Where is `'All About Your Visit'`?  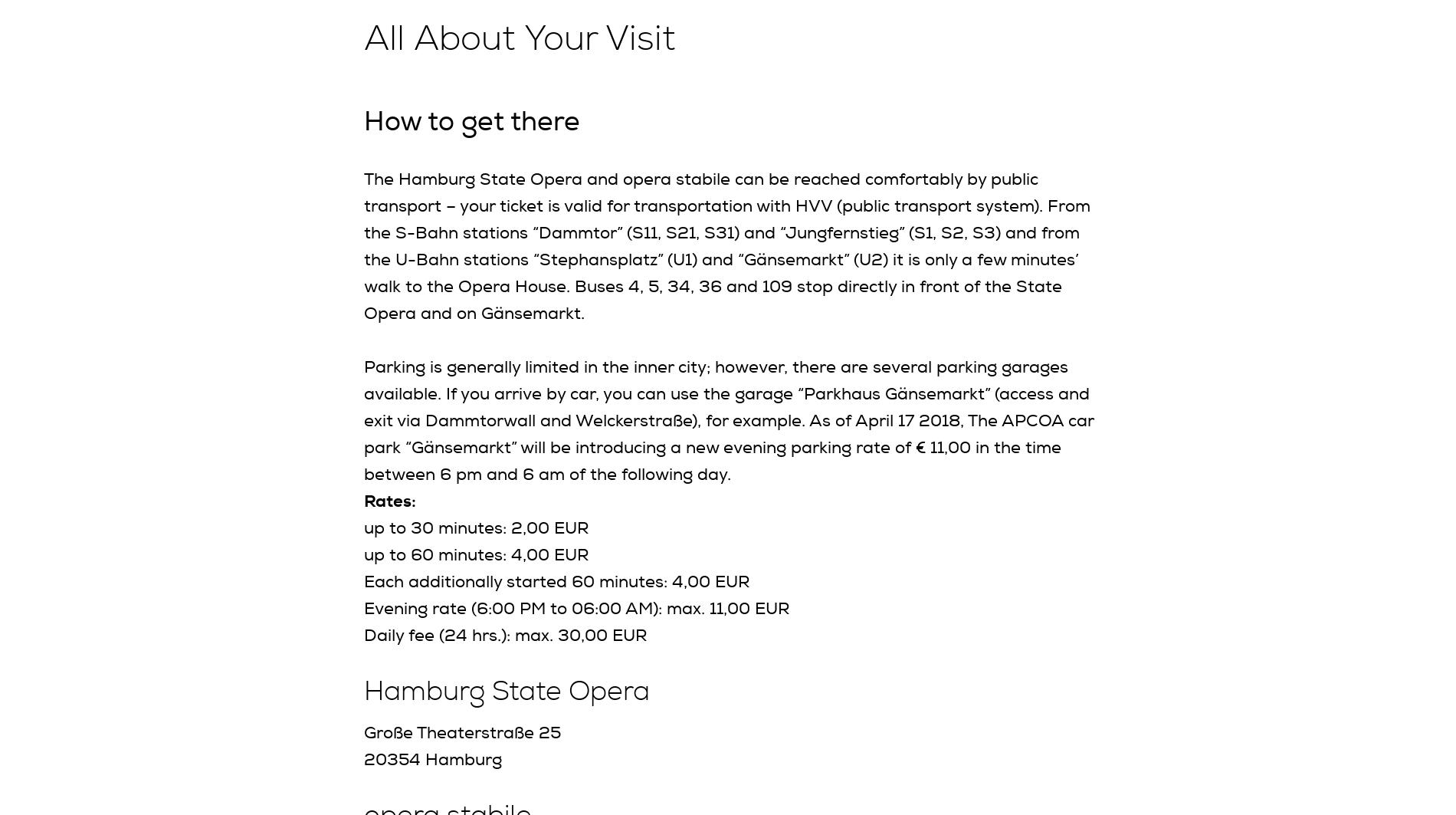
'All About Your Visit' is located at coordinates (519, 38).